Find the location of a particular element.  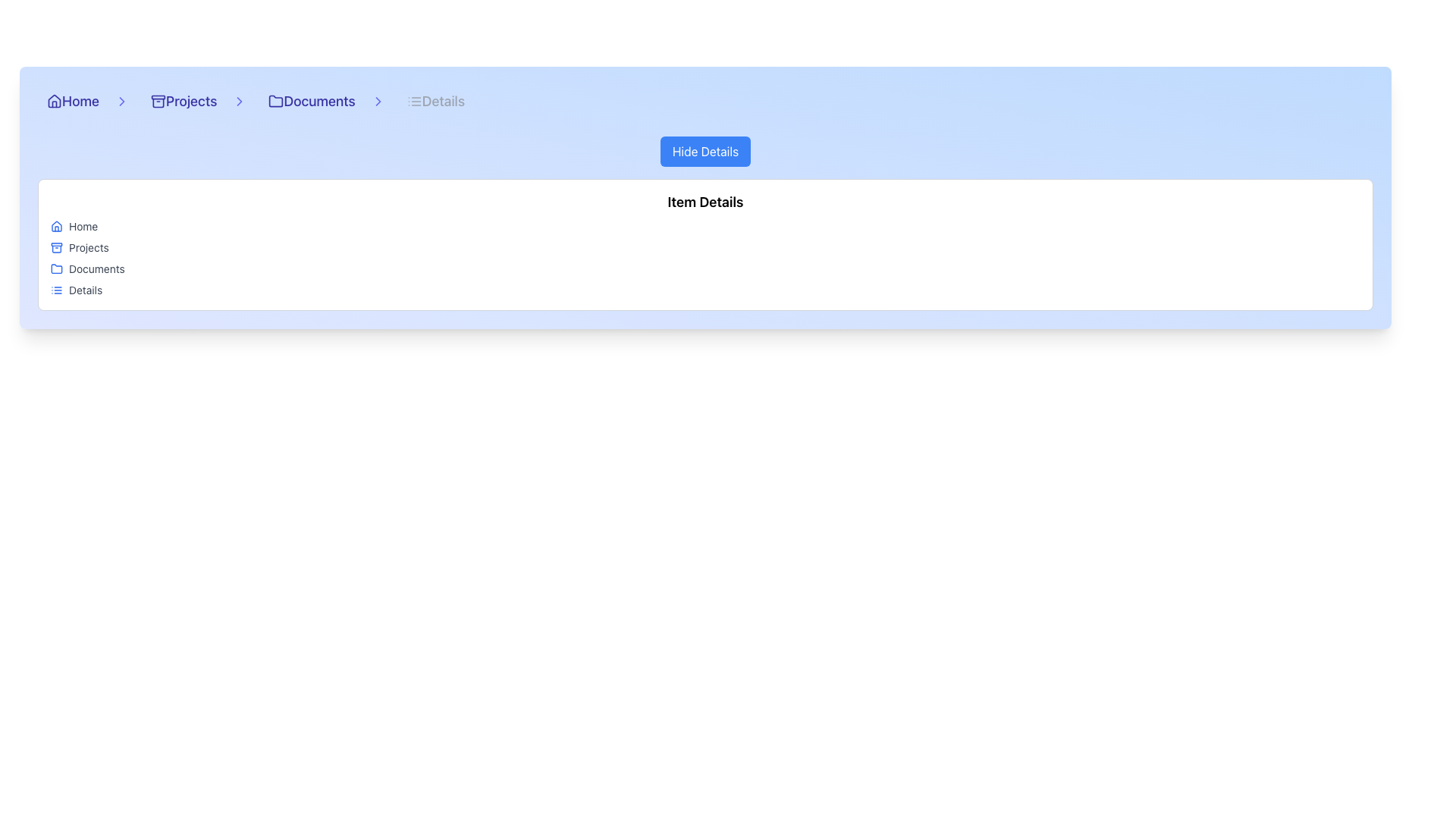

the 'Documents' text link in the breadcrumb navigation bar, which is positioned between 'Projects' and 'Details' is located at coordinates (318, 102).